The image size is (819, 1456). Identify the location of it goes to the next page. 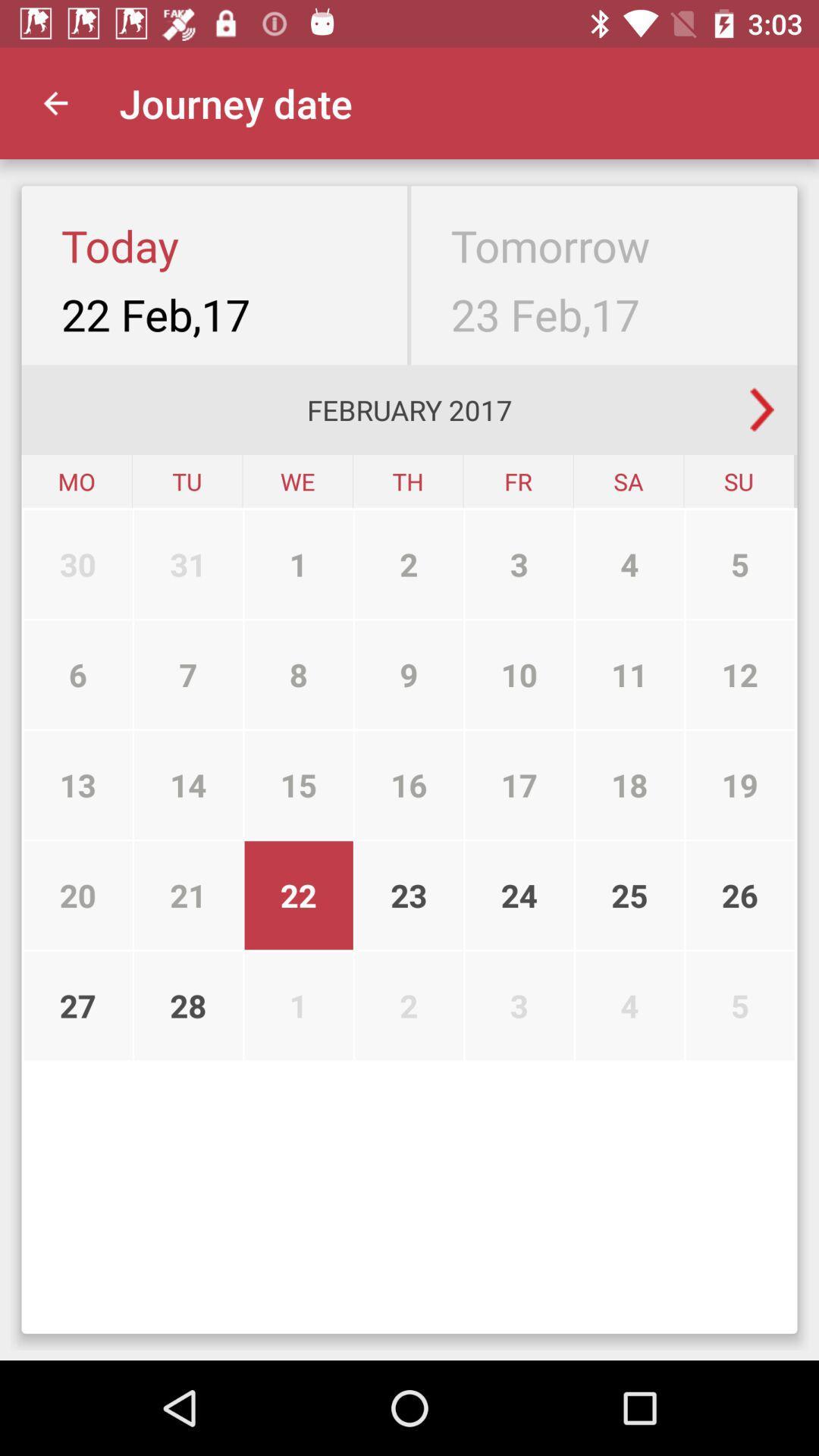
(762, 409).